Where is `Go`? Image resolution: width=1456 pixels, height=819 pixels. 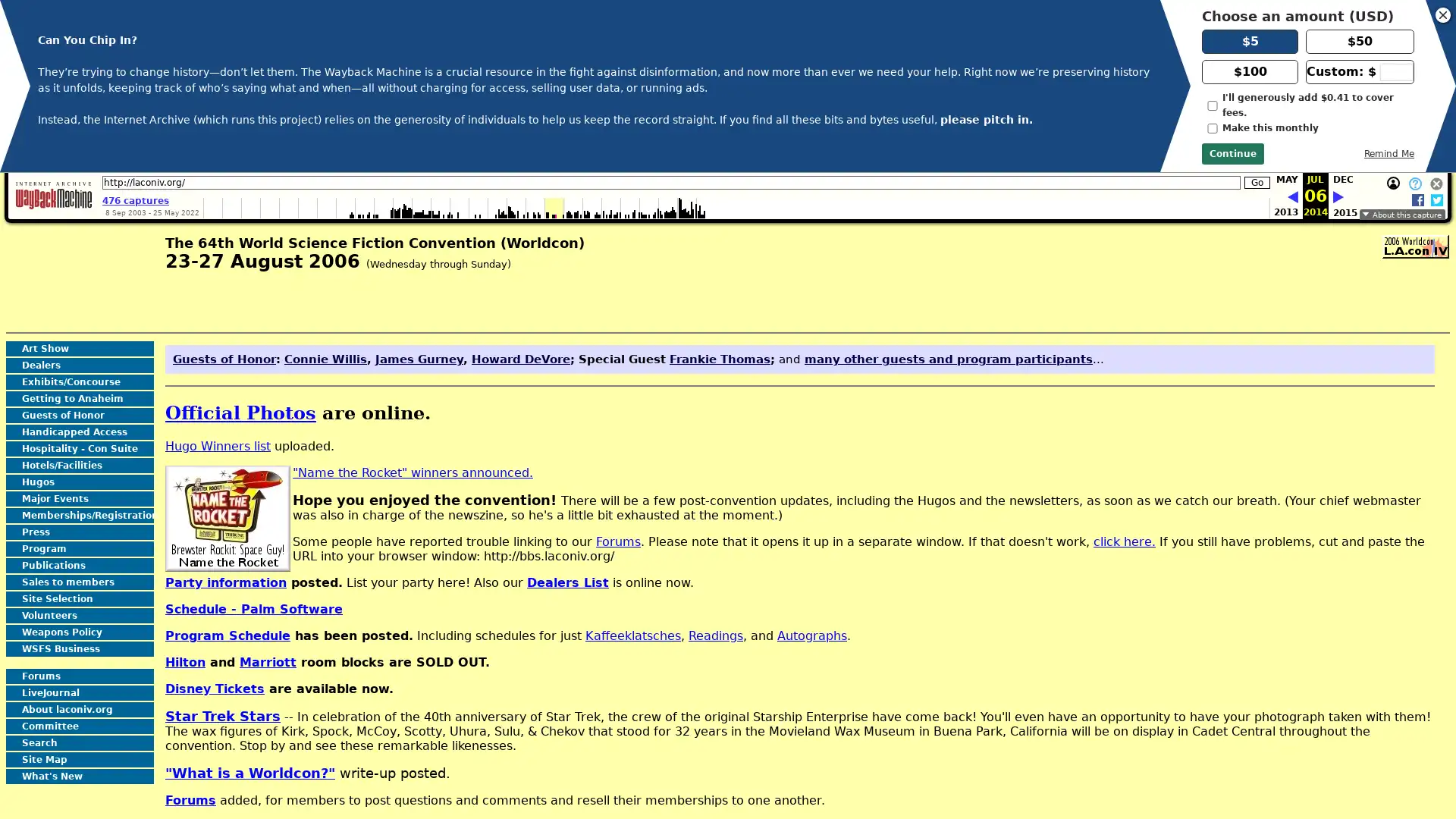 Go is located at coordinates (1257, 181).